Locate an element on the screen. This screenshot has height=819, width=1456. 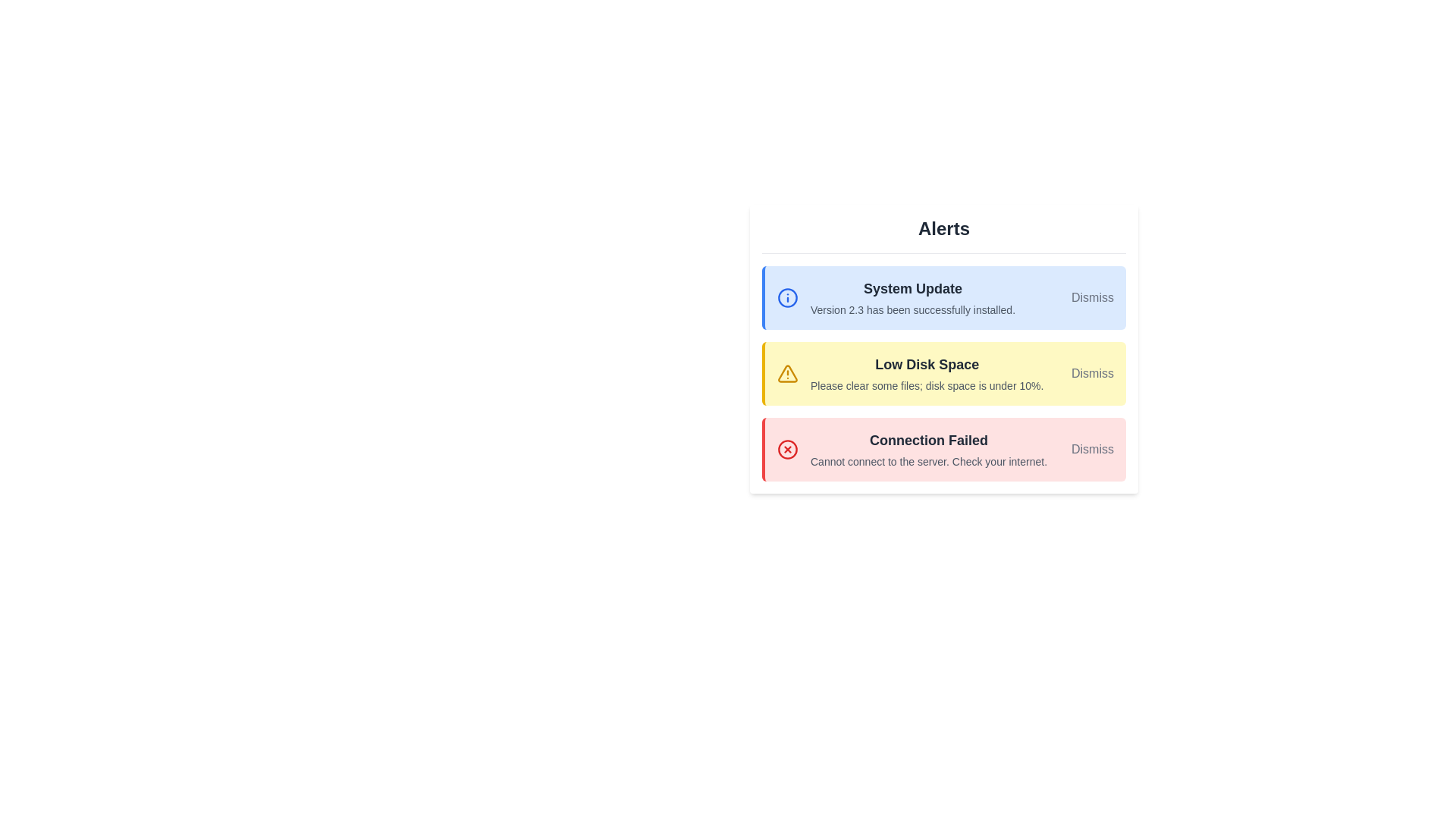
the blue circular decorative icon located on the left side of the topmost notification panel, next to the 'System Update - Version 2.3 has been successfully installed.' text is located at coordinates (787, 298).